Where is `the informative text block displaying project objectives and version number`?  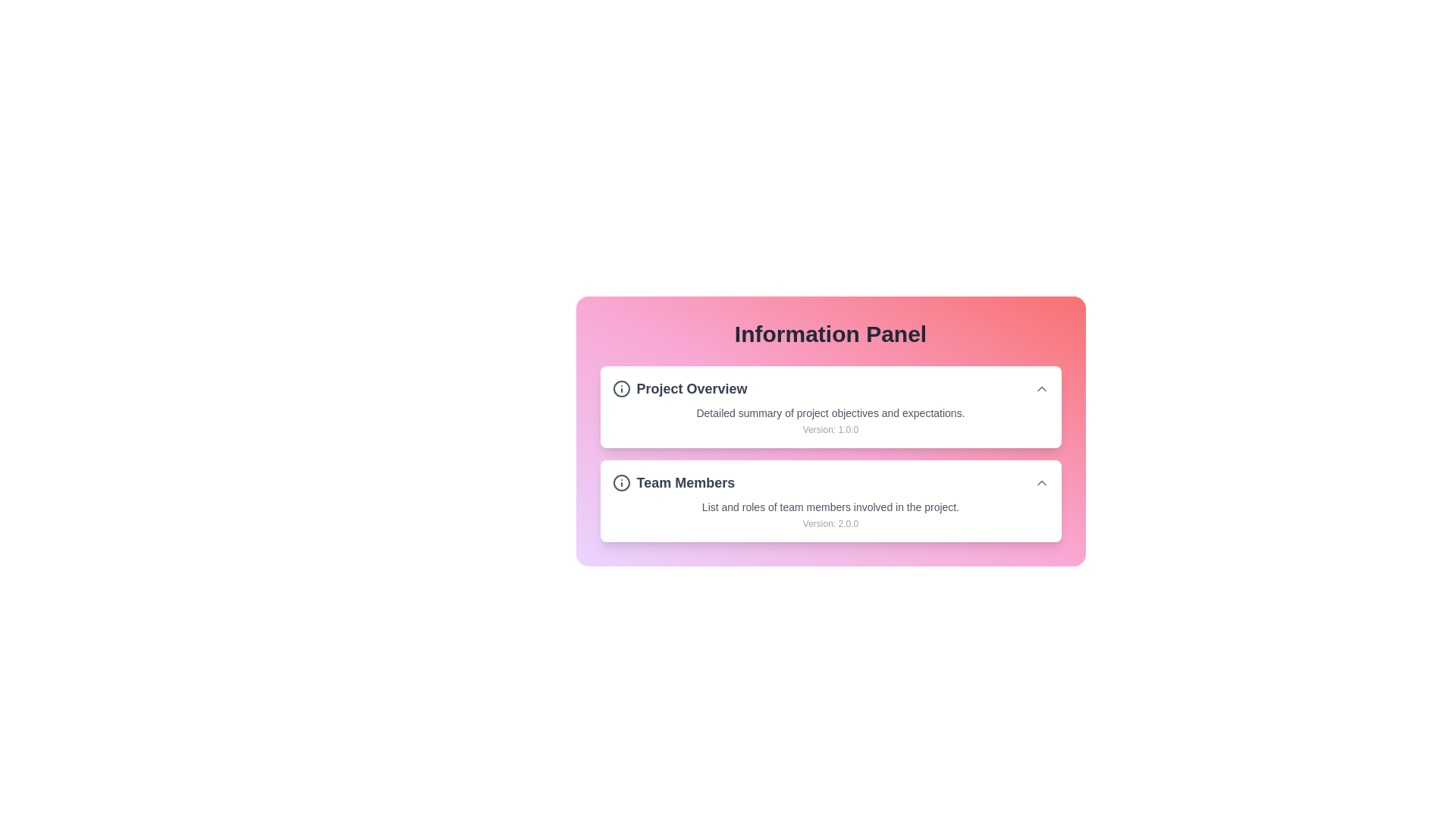 the informative text block displaying project objectives and version number is located at coordinates (830, 421).